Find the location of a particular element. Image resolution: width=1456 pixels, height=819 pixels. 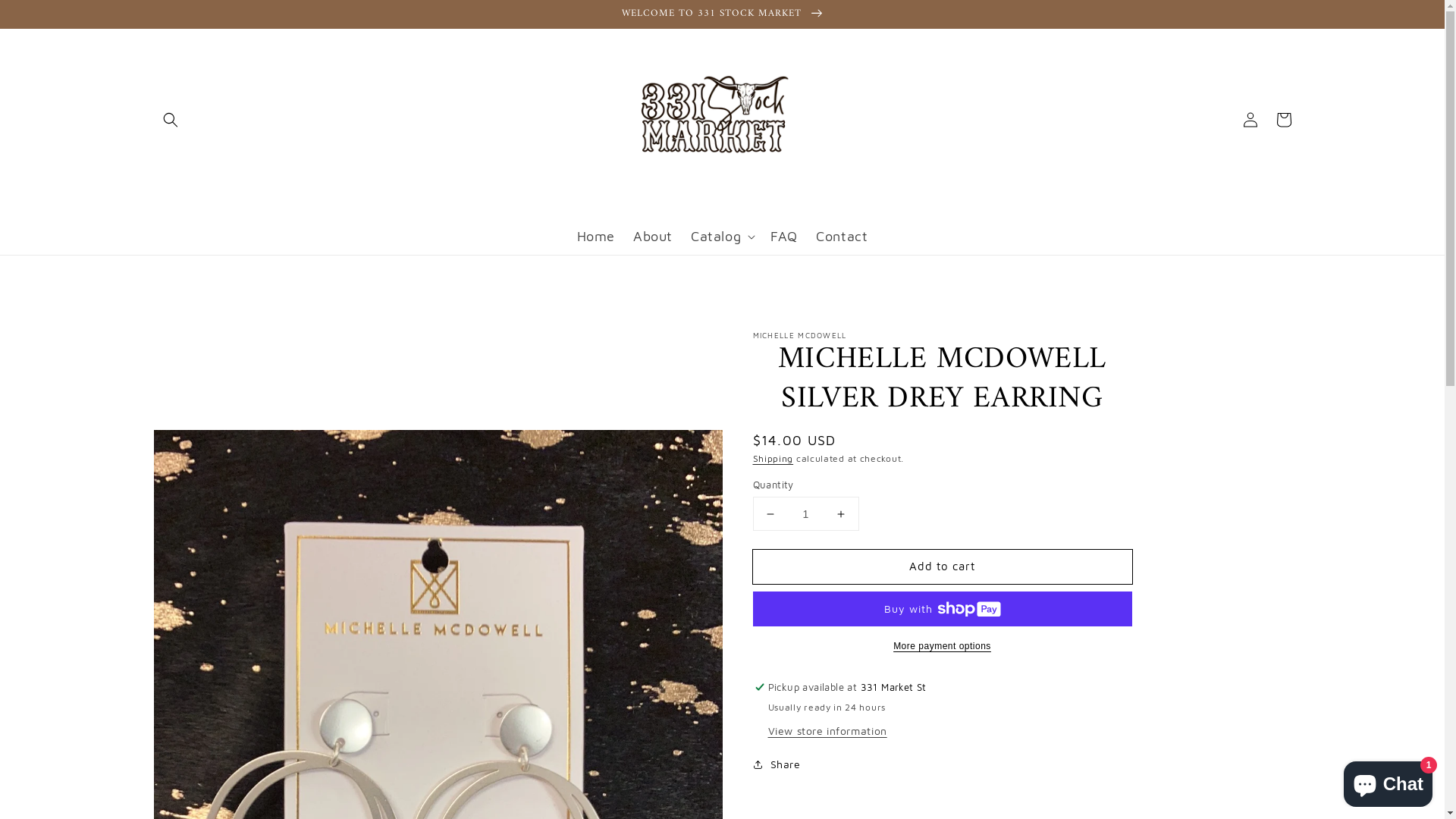

'Shopify online store chat' is located at coordinates (1388, 780).